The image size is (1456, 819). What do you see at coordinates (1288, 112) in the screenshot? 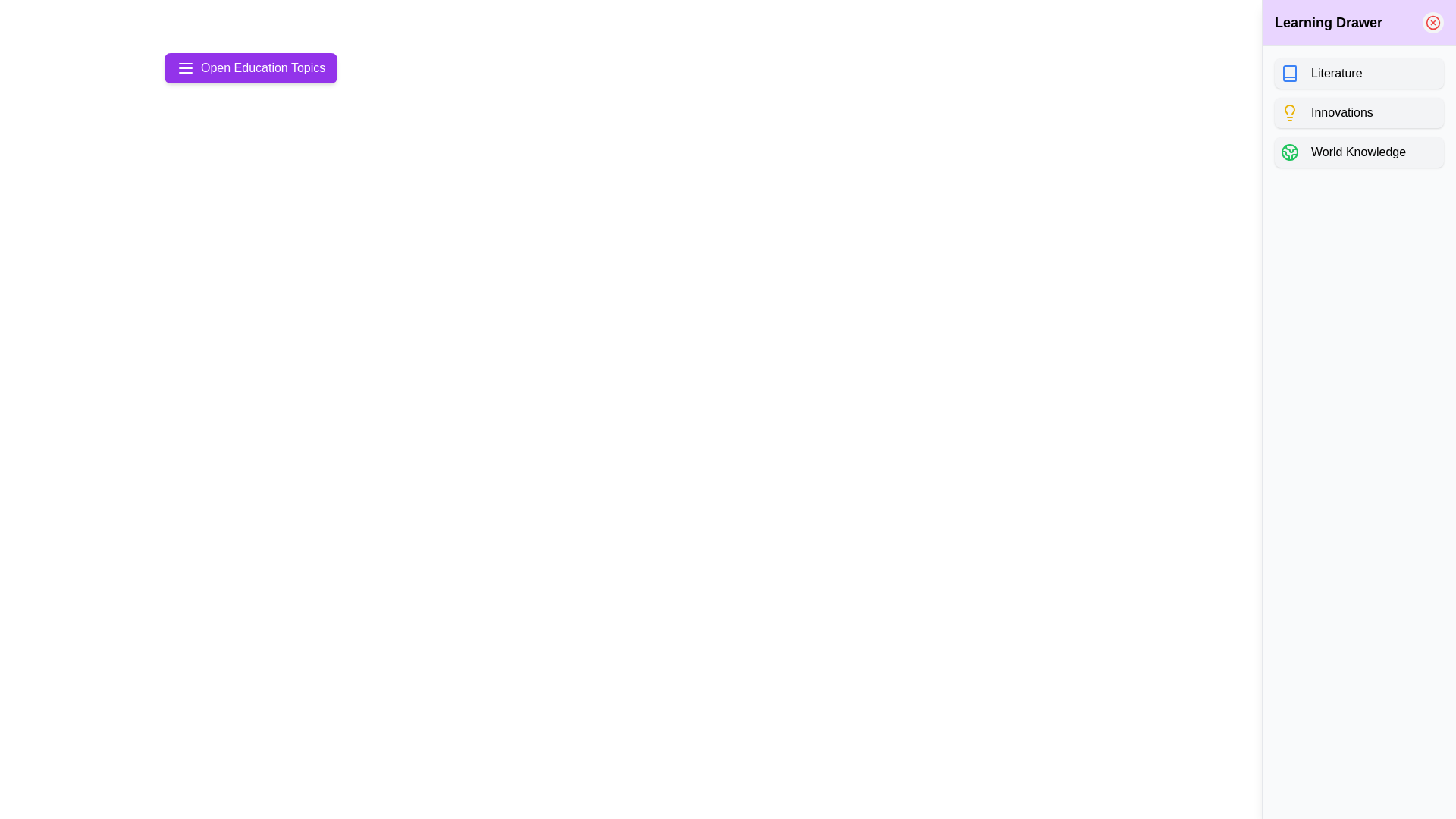
I see `the topic icon for Innovations` at bounding box center [1288, 112].